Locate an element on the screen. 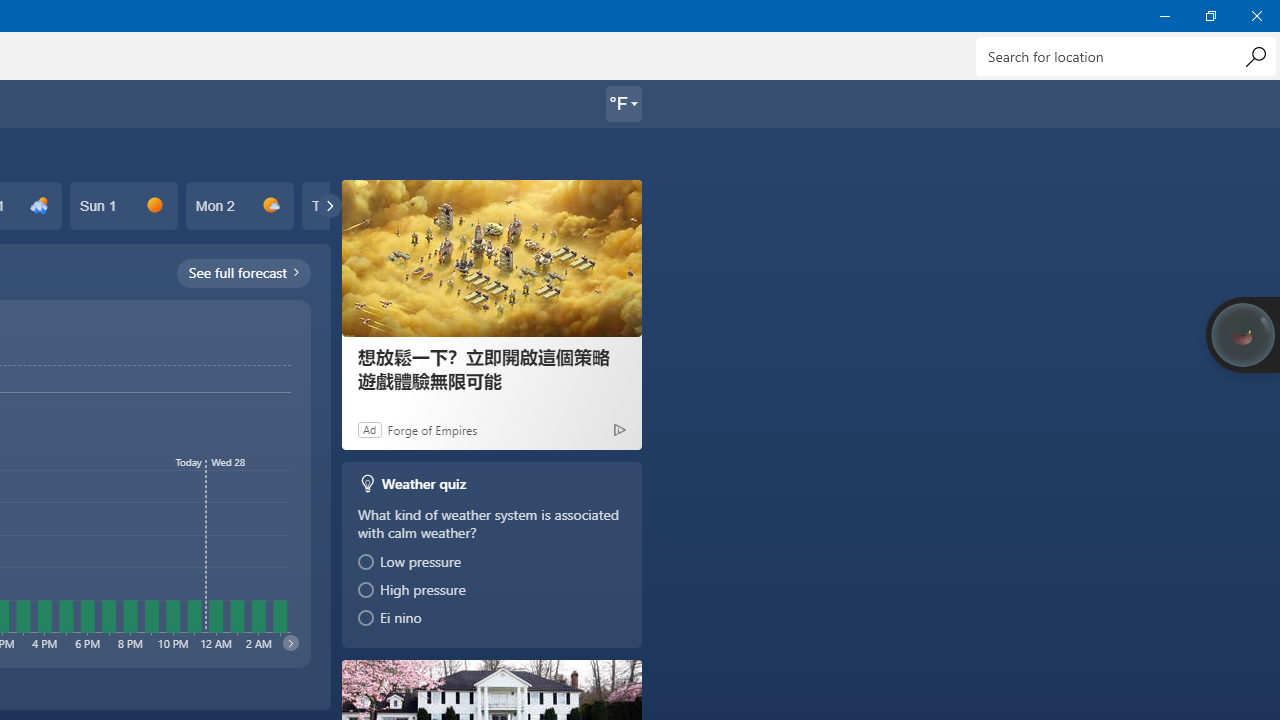 The height and width of the screenshot is (720, 1280). 'Search' is located at coordinates (1254, 55).